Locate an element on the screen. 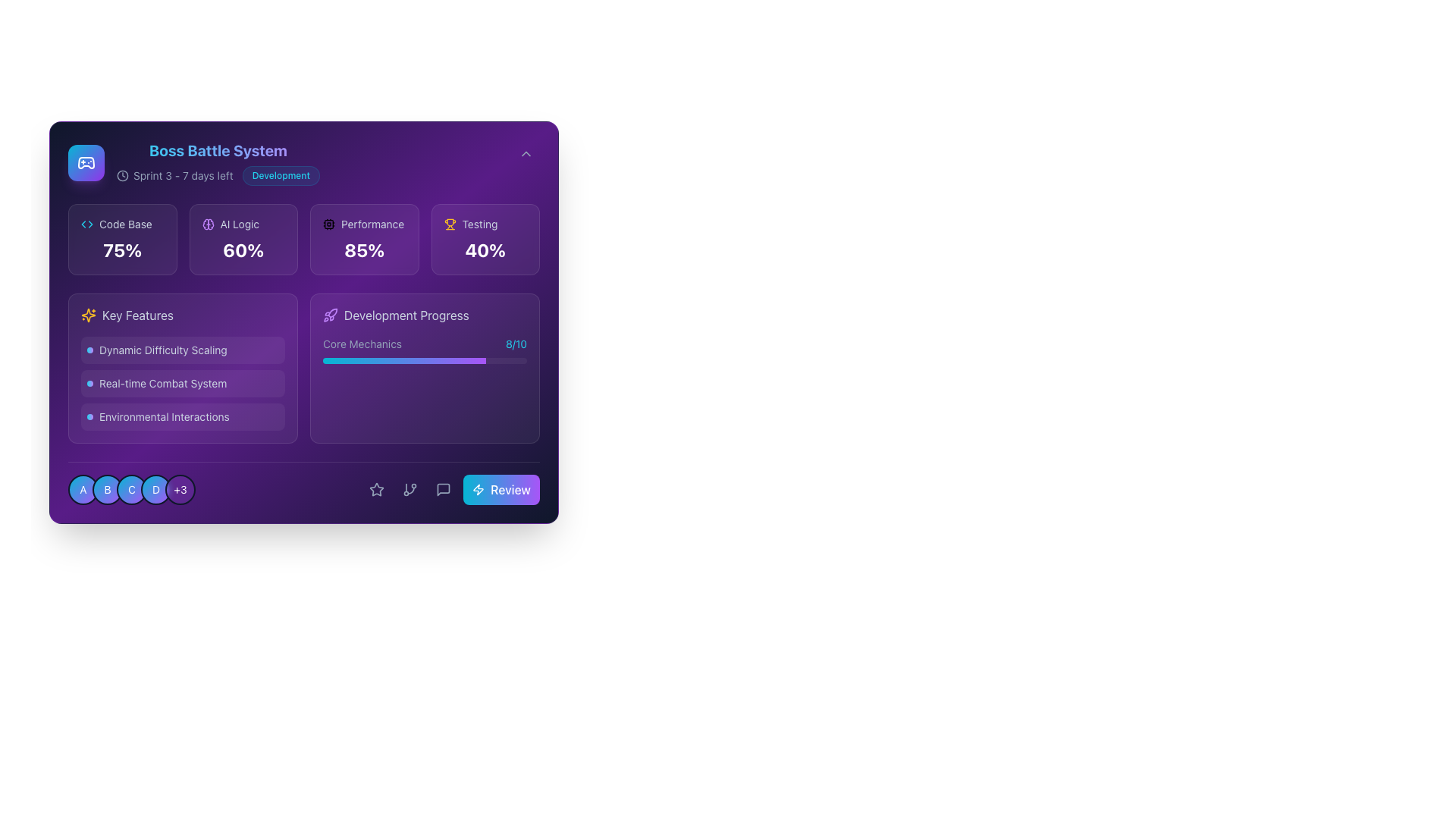 Image resolution: width=1456 pixels, height=819 pixels. the gaming-related icon located near the top-left corner of the interface, adjacent to the title 'Boss Battle System' is located at coordinates (86, 163).